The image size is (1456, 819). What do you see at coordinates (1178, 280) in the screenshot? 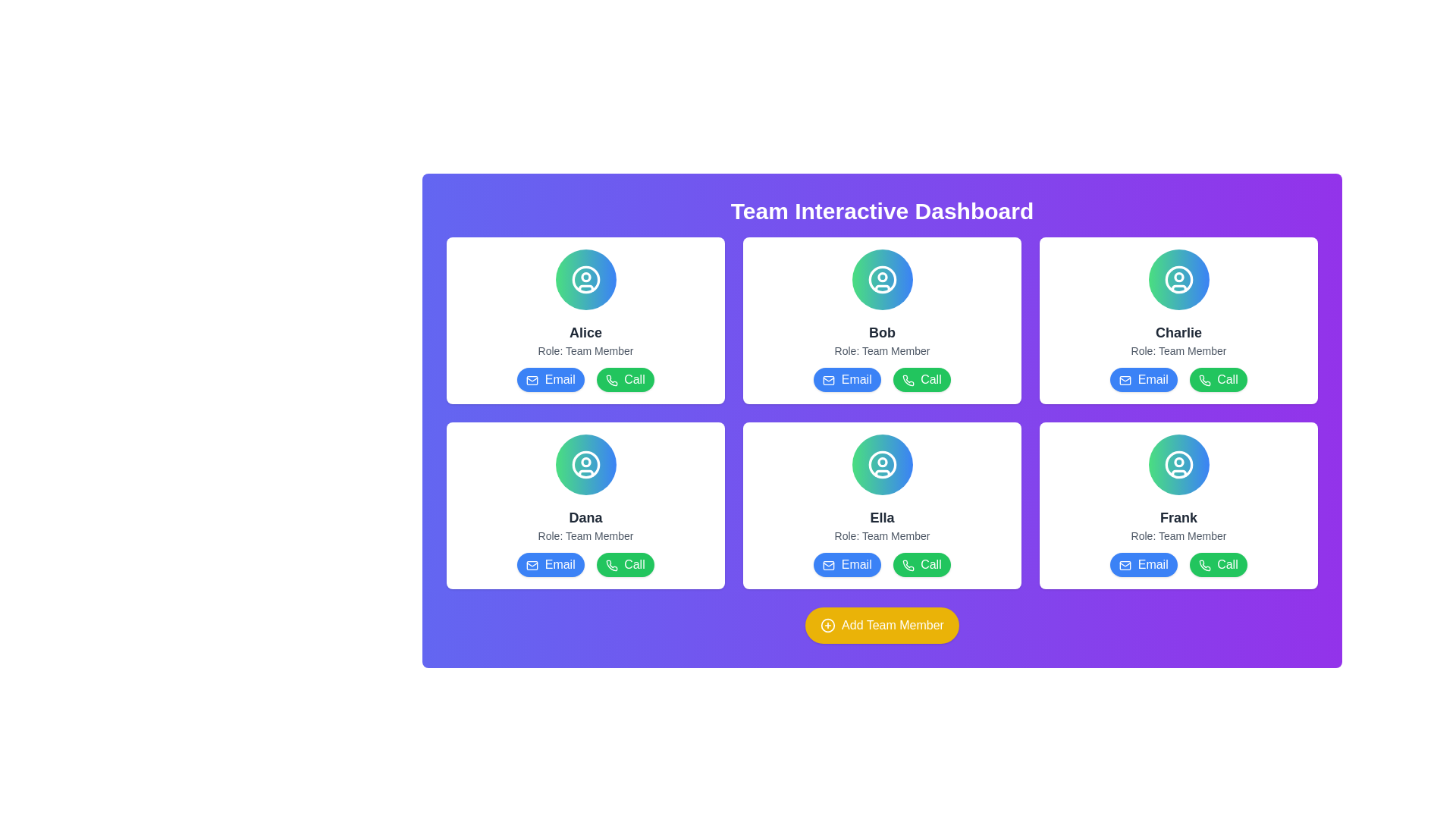
I see `the user profile icon representing Charlie, located in the top right card of the dashboard, centered within its circular background` at bounding box center [1178, 280].